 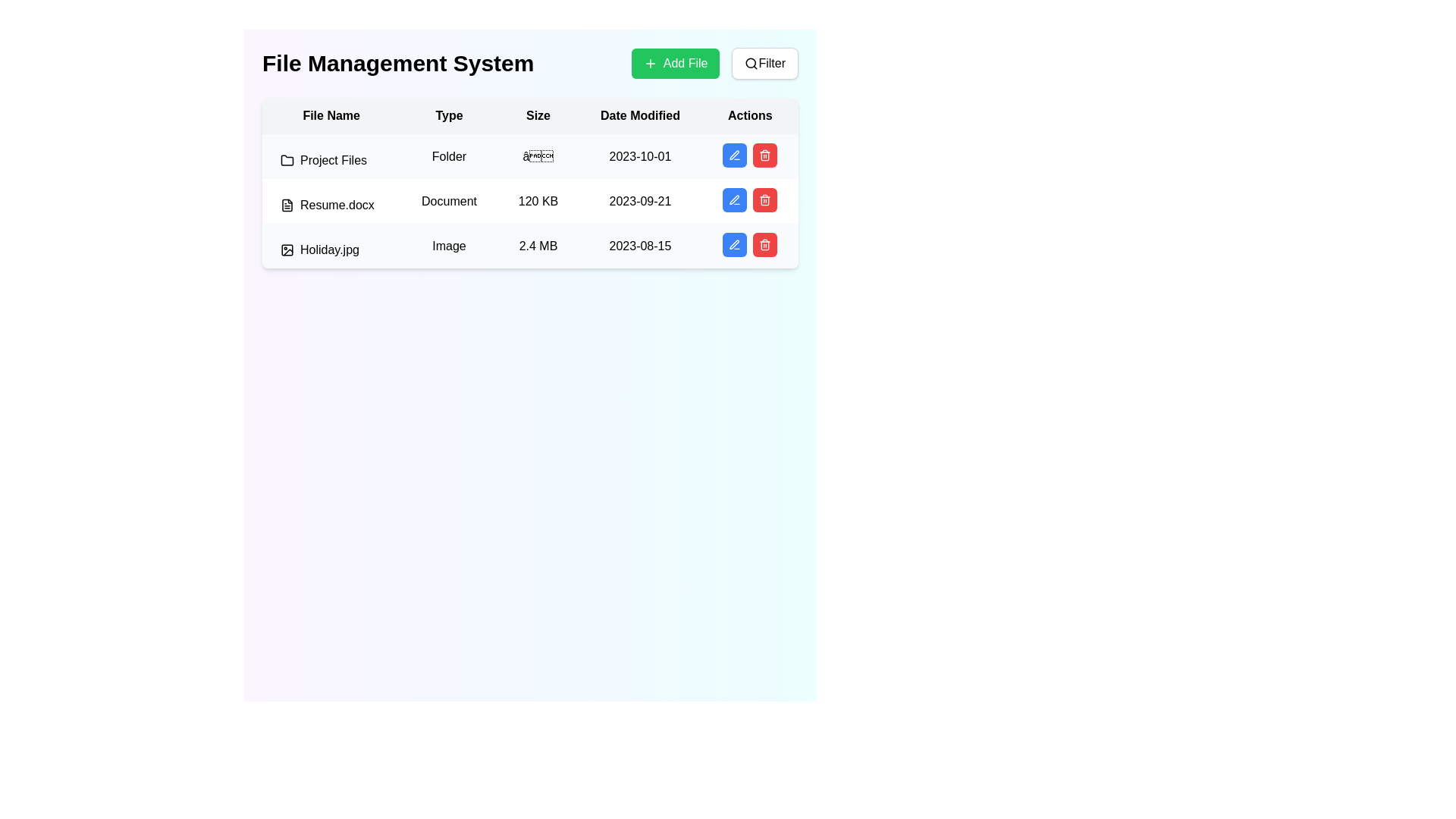 I want to click on the non-interactive descriptive label in the third row and second column of the table that indicates the type of the file, which is adjacent to 'Holiday.jpg' on the left and '2.4 MB' on the right, so click(x=448, y=245).